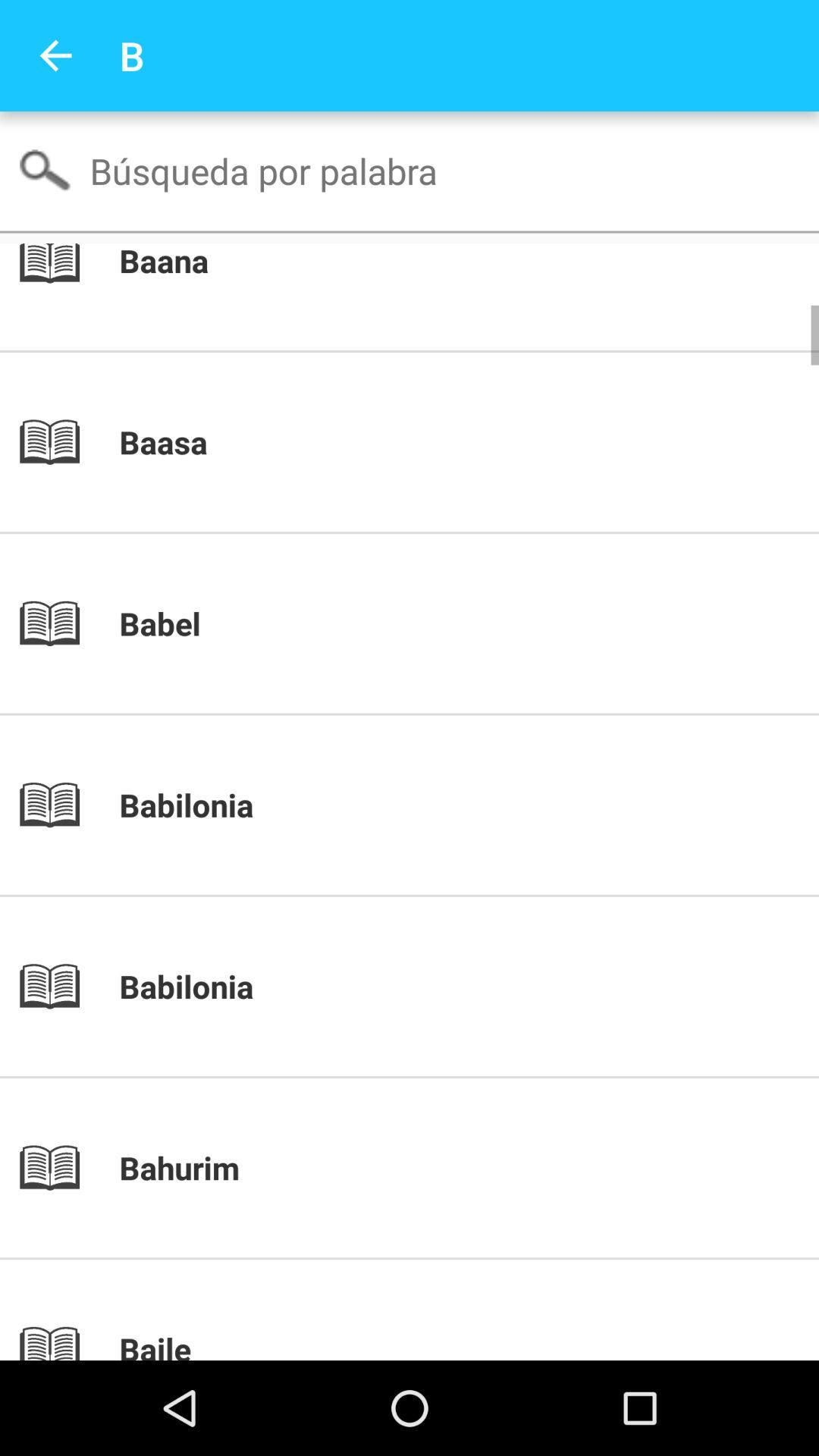 This screenshot has width=819, height=1456. Describe the element at coordinates (435, 623) in the screenshot. I see `babel icon` at that location.